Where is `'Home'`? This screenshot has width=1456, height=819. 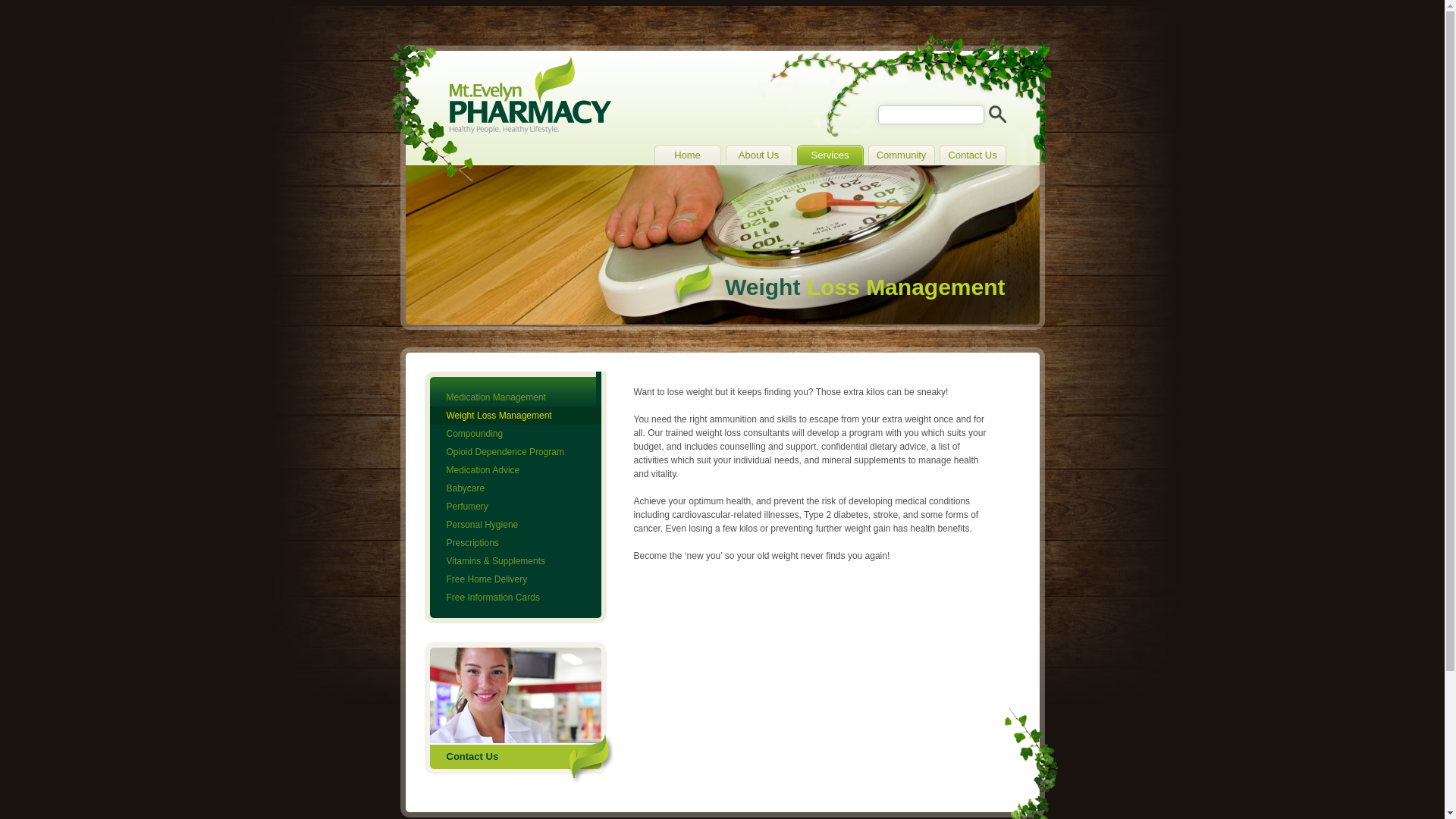 'Home' is located at coordinates (686, 155).